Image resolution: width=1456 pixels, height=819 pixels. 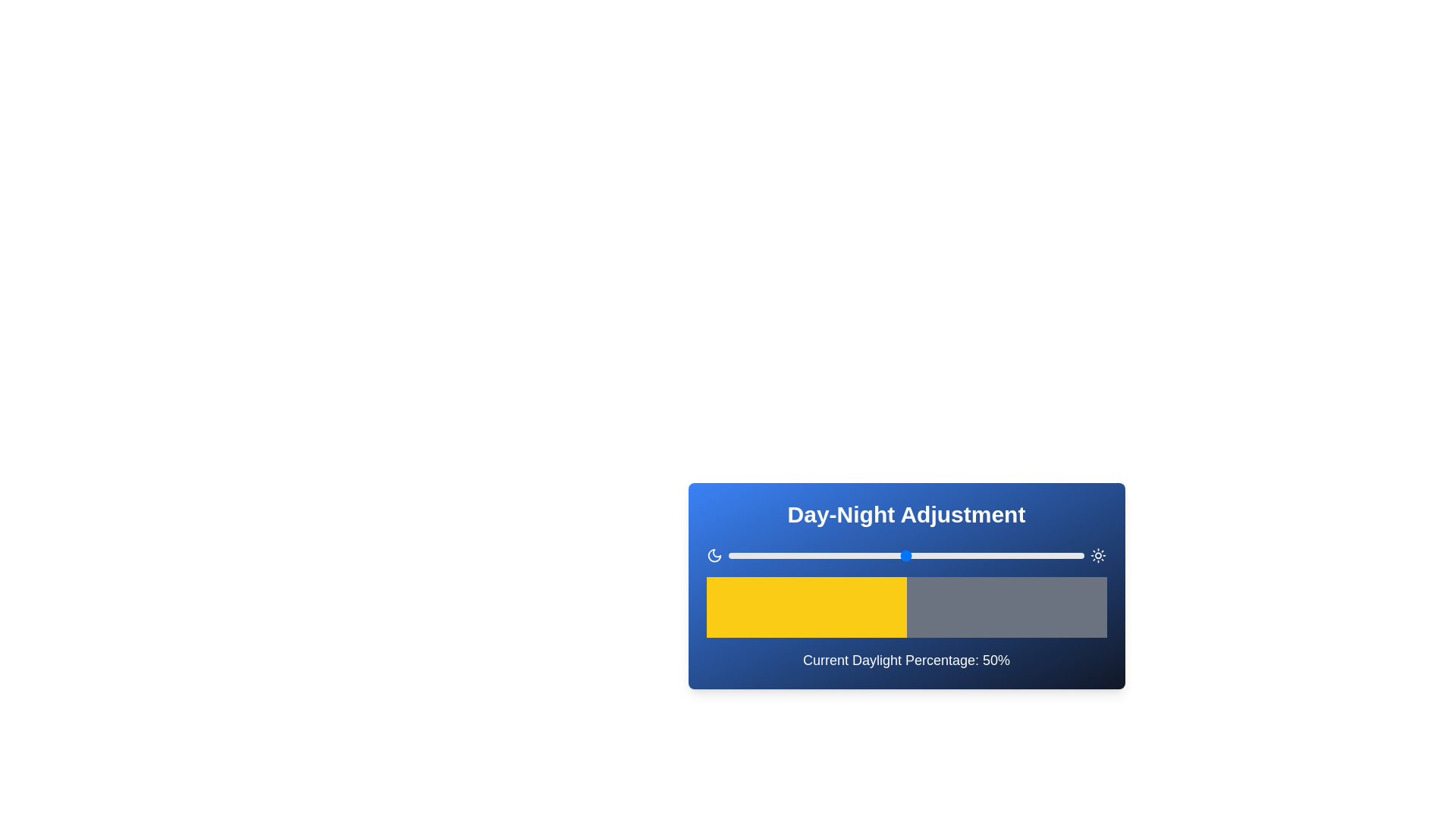 What do you see at coordinates (955, 555) in the screenshot?
I see `the daylight percentage slider to 64%` at bounding box center [955, 555].